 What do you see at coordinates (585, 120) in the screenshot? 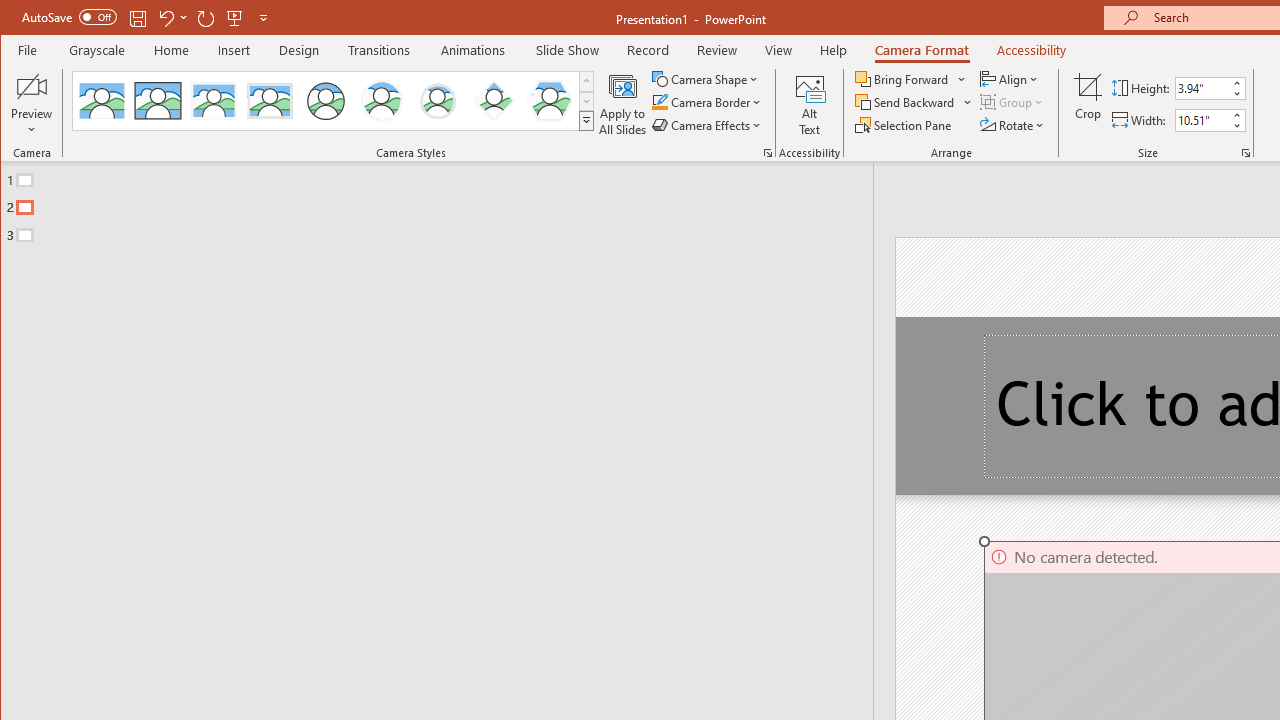
I see `'Class: NetUIImage'` at bounding box center [585, 120].